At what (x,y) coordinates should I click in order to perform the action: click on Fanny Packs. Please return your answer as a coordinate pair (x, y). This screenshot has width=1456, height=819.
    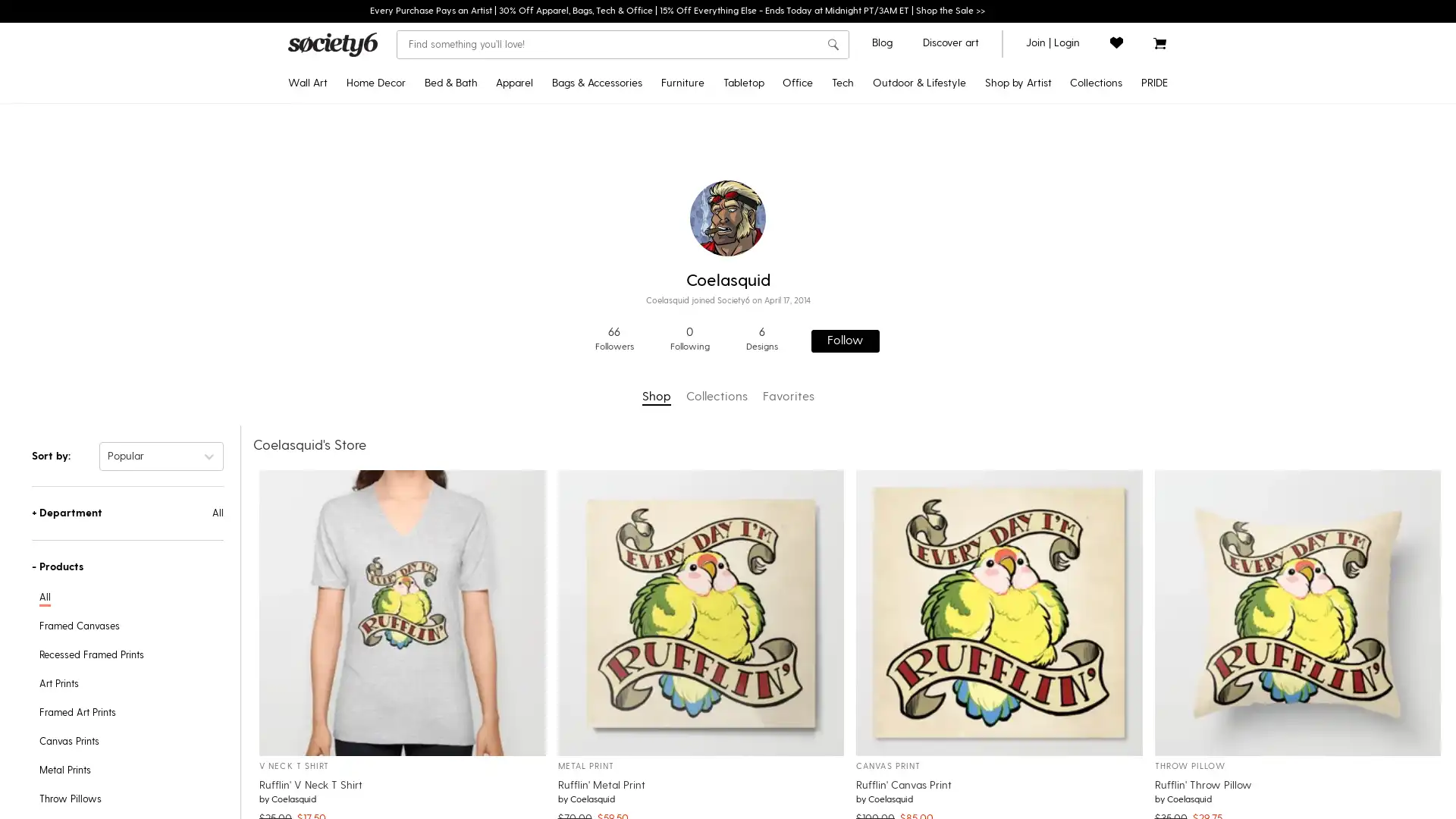
    Looking at the image, I should click on (607, 243).